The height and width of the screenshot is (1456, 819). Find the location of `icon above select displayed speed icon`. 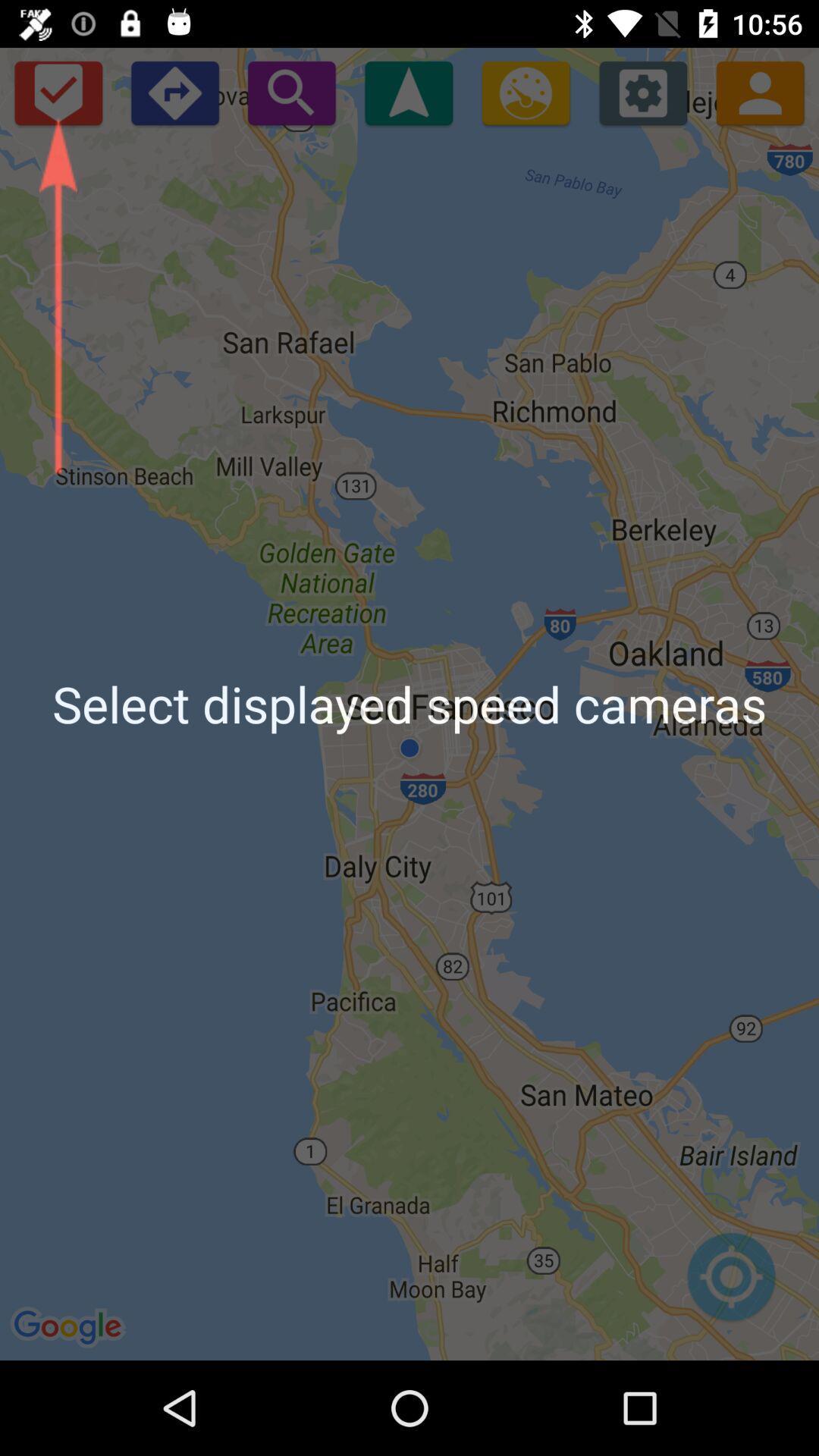

icon above select displayed speed icon is located at coordinates (57, 92).